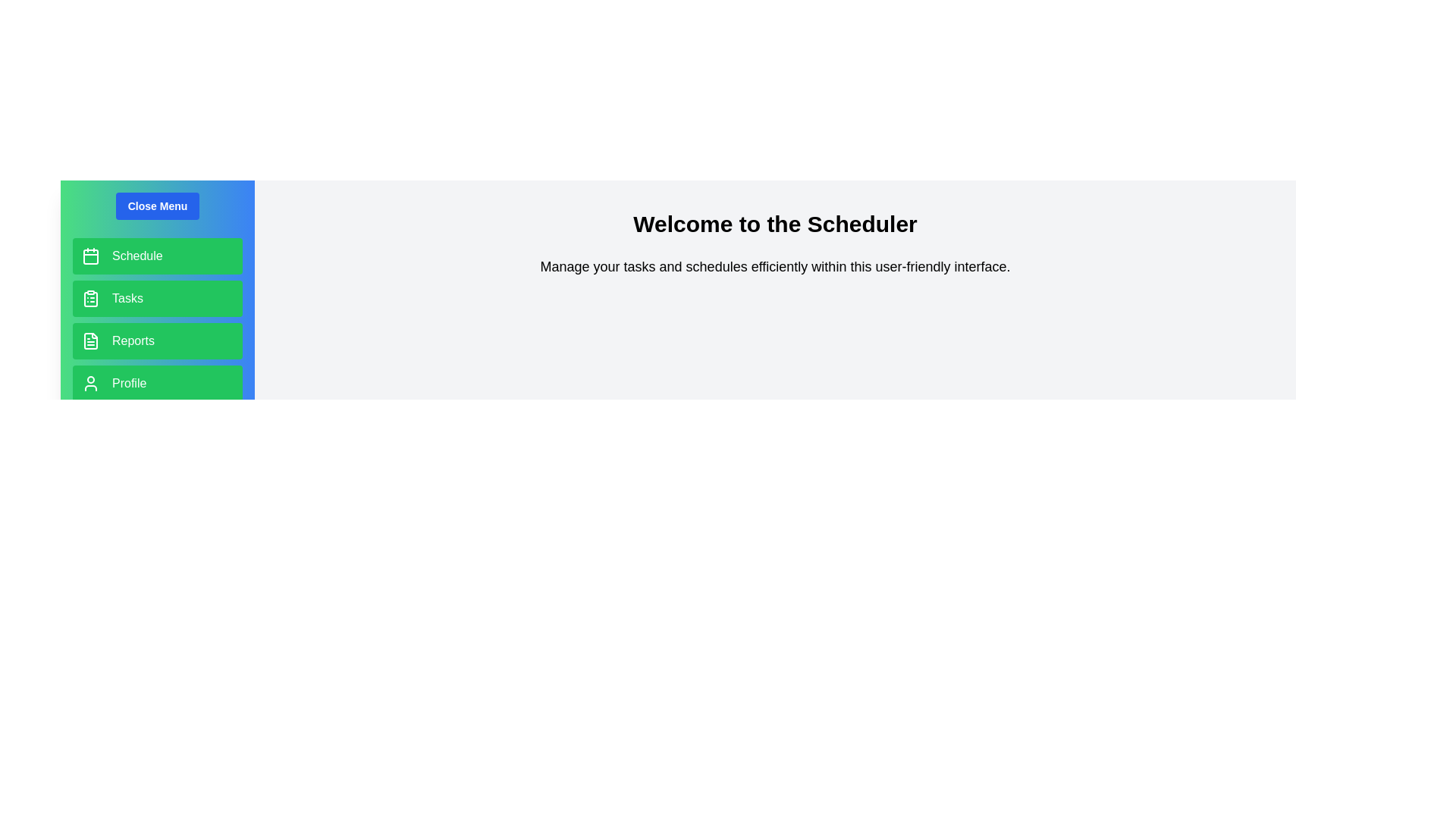 The width and height of the screenshot is (1456, 819). Describe the element at coordinates (157, 382) in the screenshot. I see `the menu item Profile to navigate to the corresponding section` at that location.